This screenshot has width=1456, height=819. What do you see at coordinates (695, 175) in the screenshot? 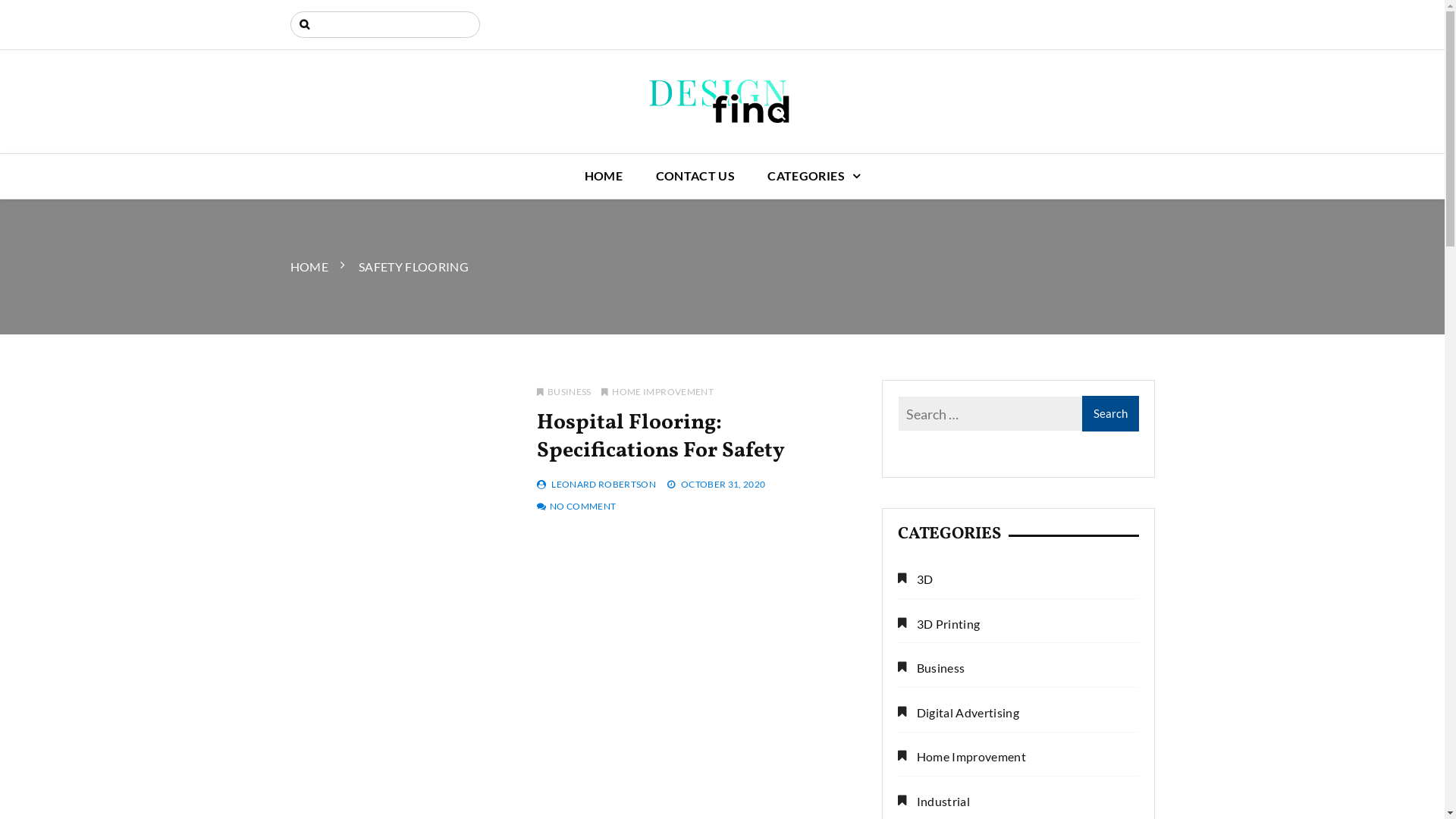
I see `'CONTACT US'` at bounding box center [695, 175].